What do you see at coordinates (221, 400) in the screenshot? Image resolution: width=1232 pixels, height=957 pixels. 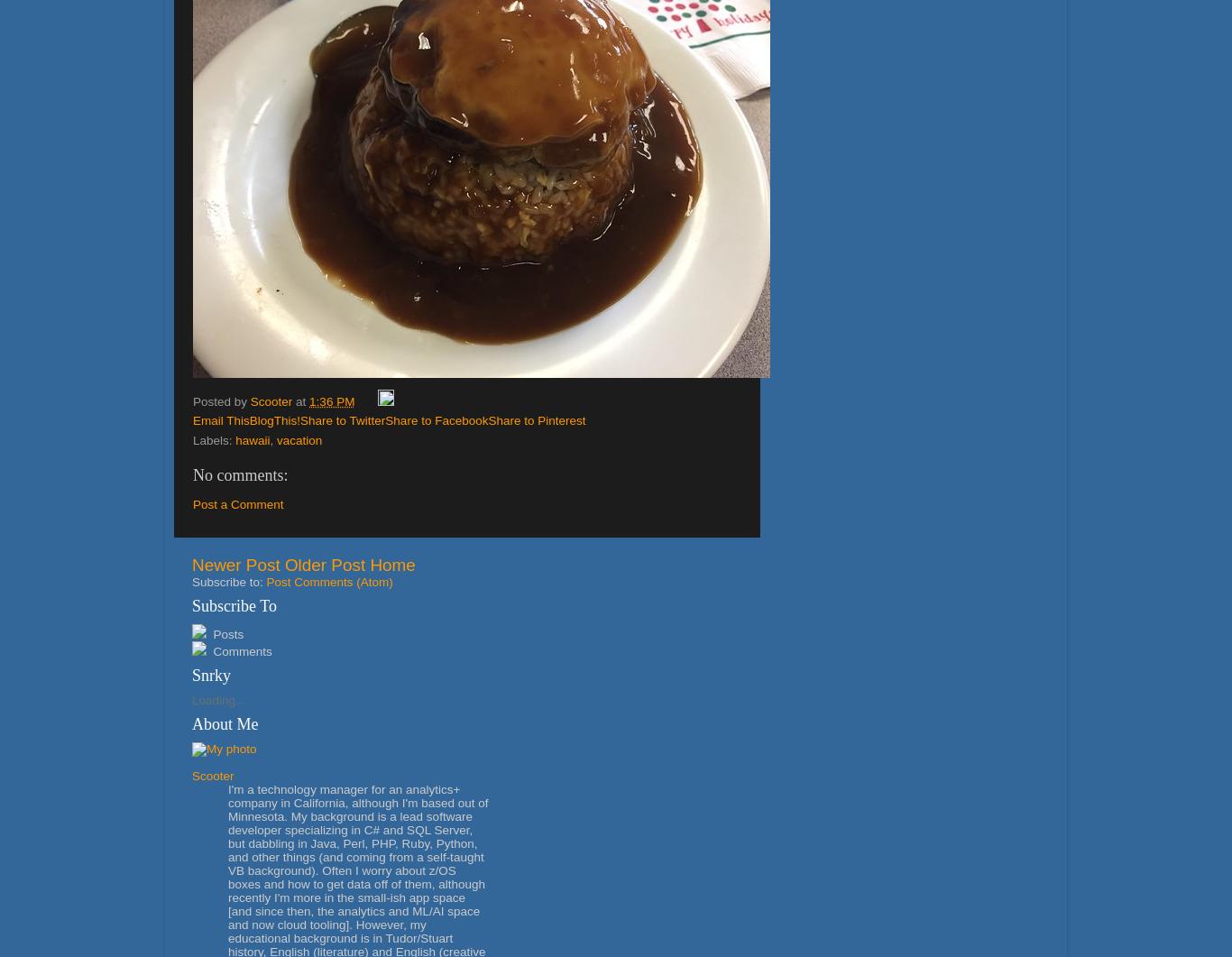 I see `'Posted by'` at bounding box center [221, 400].